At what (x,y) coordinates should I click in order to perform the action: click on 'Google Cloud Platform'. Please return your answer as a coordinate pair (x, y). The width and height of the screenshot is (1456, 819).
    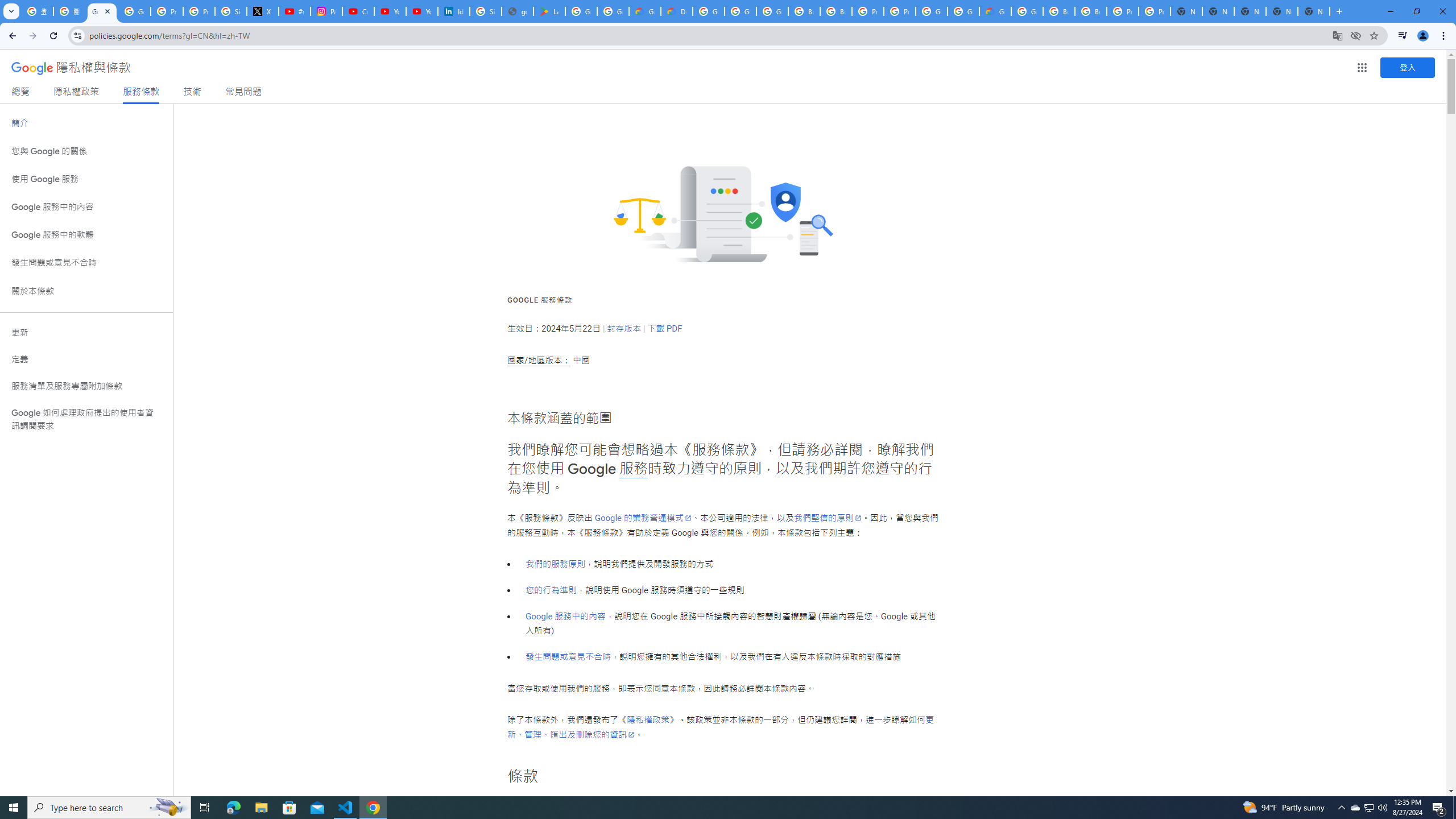
    Looking at the image, I should click on (1027, 11).